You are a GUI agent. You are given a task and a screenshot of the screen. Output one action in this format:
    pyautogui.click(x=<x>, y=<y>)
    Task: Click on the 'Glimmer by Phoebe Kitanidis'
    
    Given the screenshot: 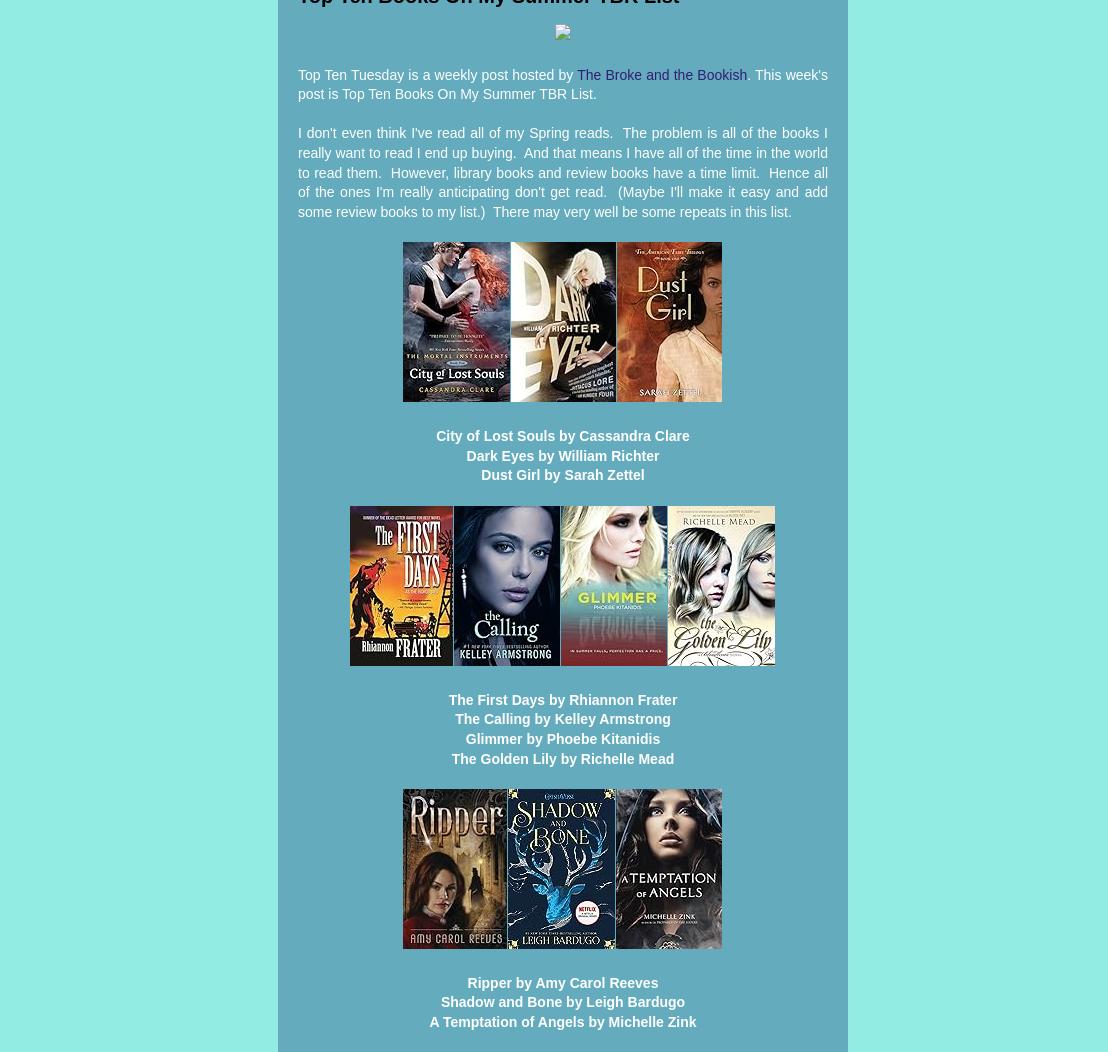 What is the action you would take?
    pyautogui.click(x=465, y=737)
    